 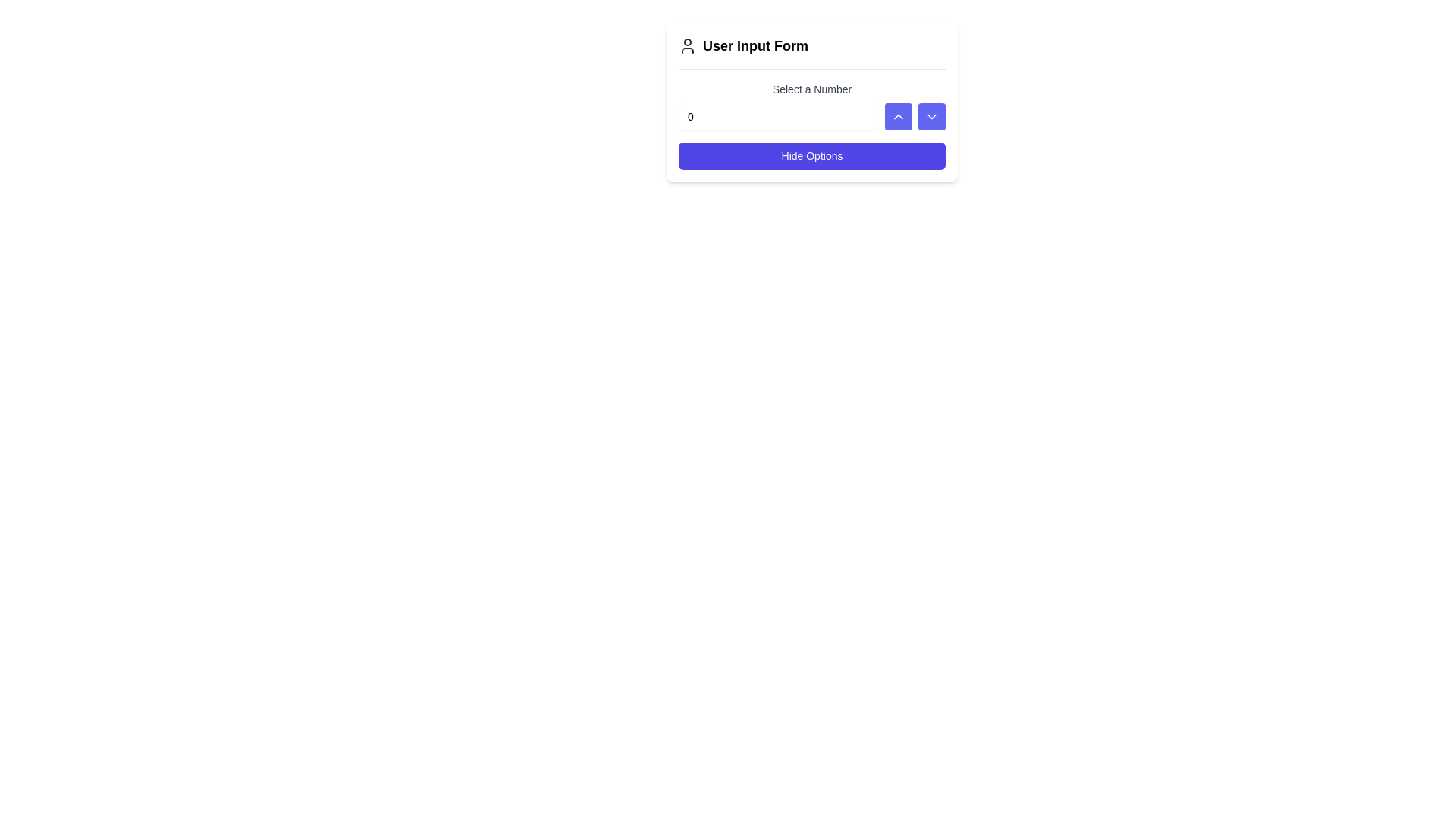 What do you see at coordinates (687, 45) in the screenshot?
I see `user profile icon located to the left of the 'User Input Form' text for further styling or accessibility details` at bounding box center [687, 45].